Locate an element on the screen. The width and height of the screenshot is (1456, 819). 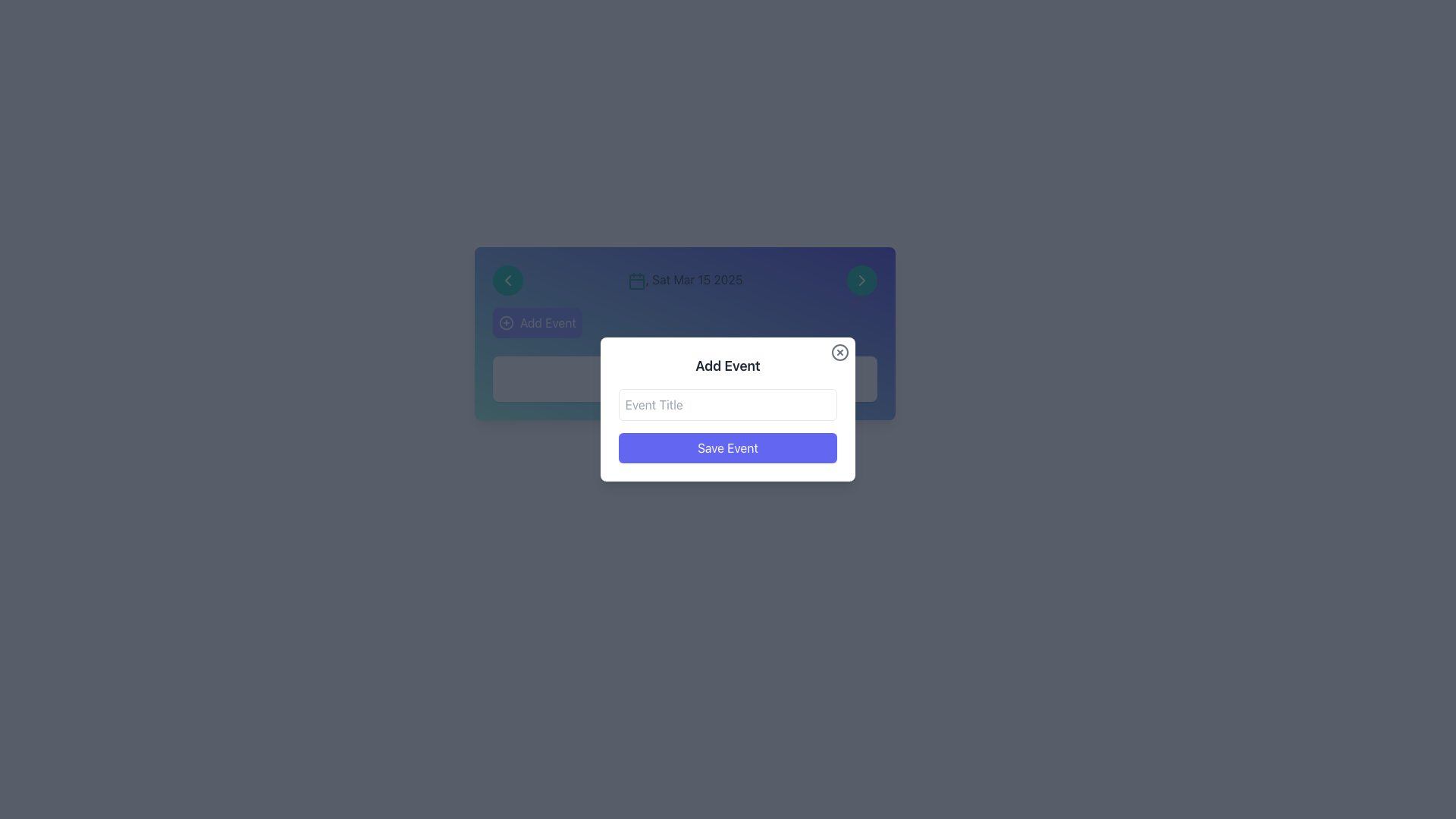
the decorative icon associated with the 'Add Event' button located in the upper-left area of the modal window is located at coordinates (506, 322).